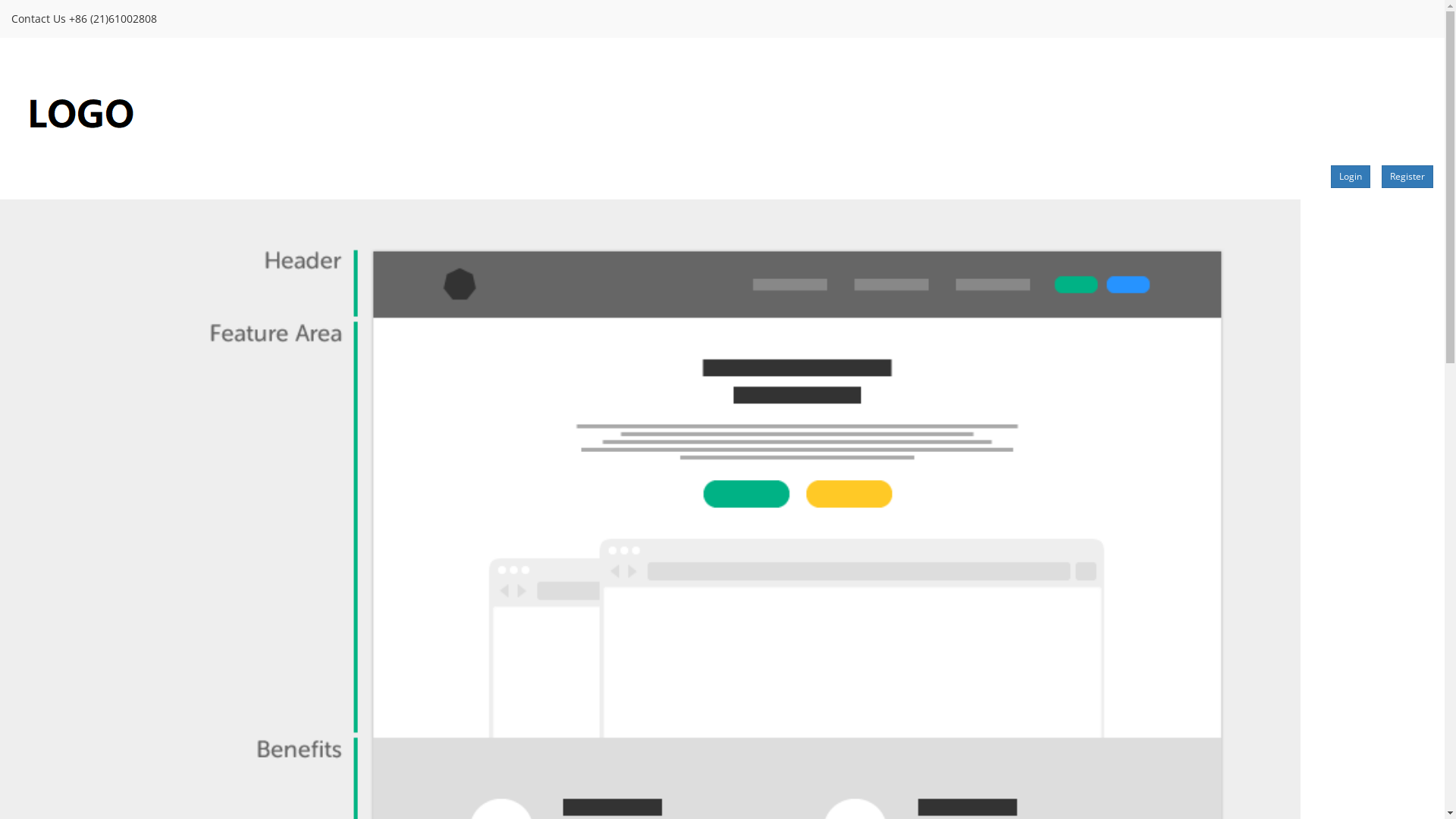  I want to click on 'Login', so click(1350, 175).